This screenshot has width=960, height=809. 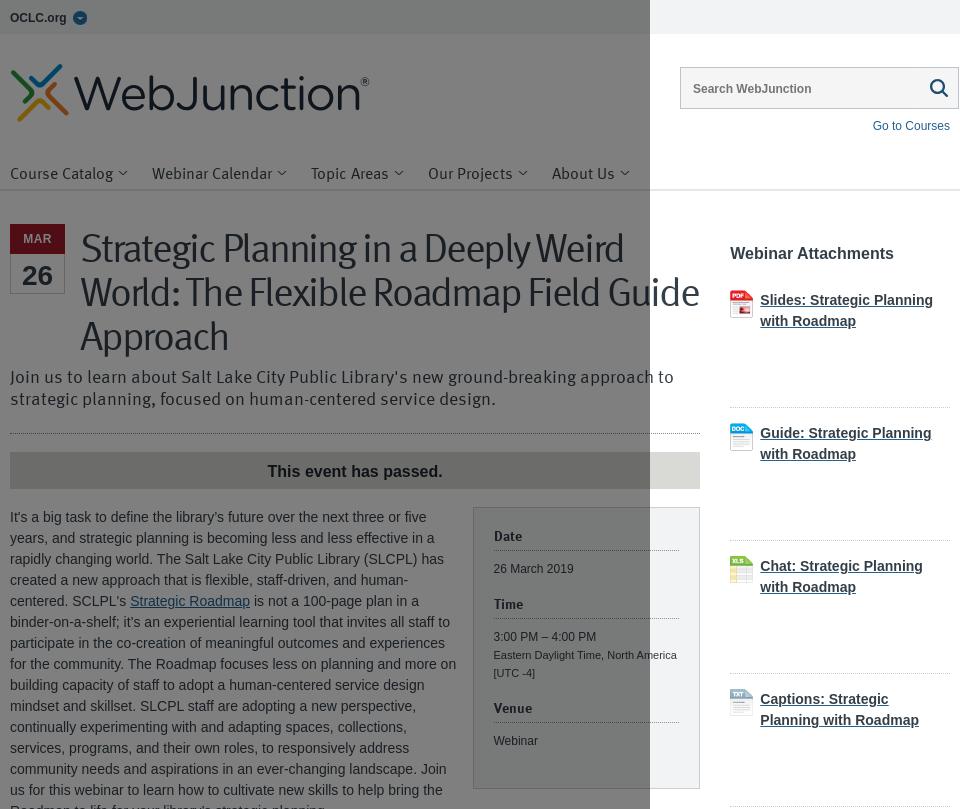 I want to click on 'Captions: Strategic Planning with Roadmap', so click(x=839, y=708).